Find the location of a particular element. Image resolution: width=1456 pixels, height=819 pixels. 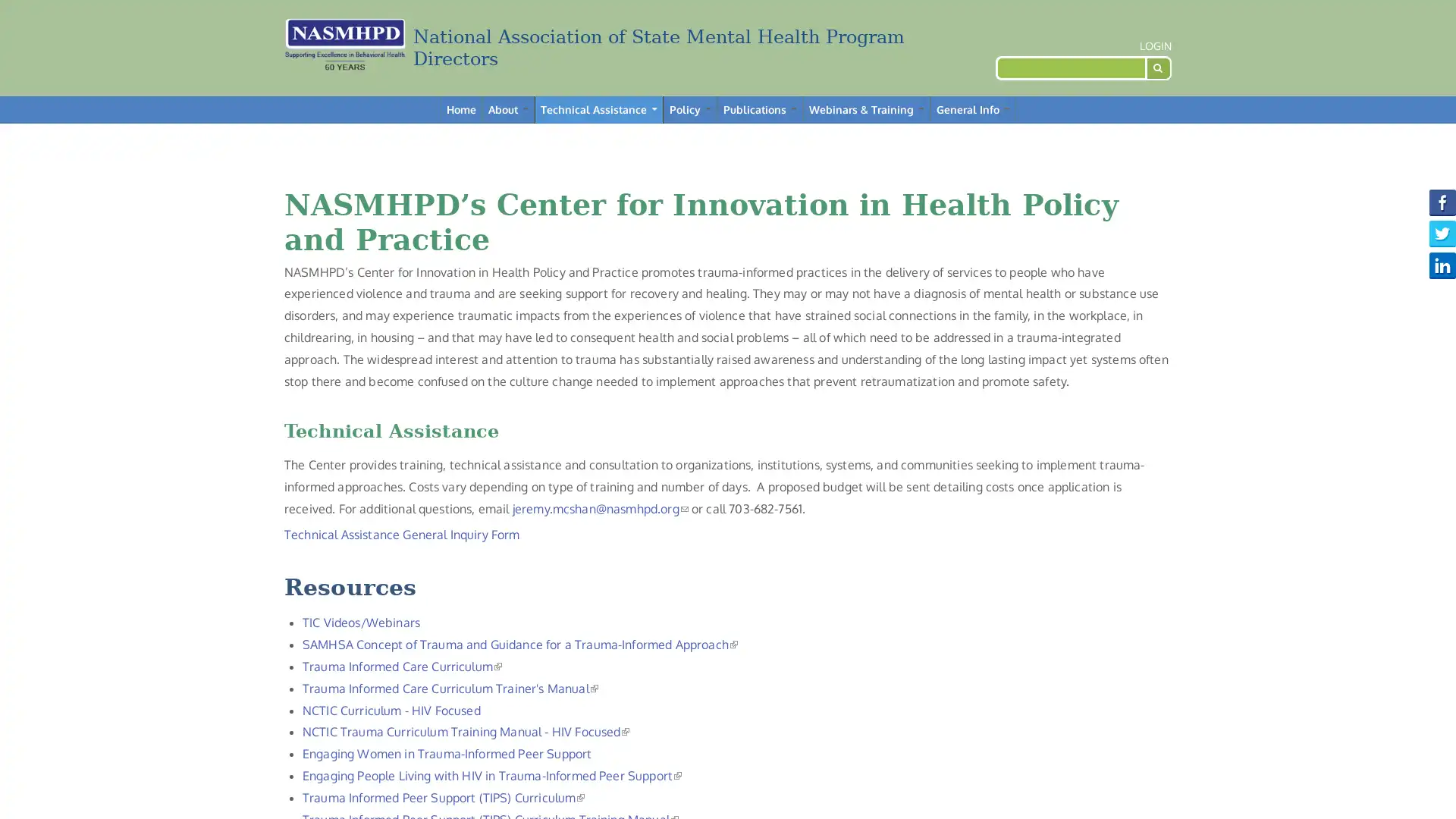

Search is located at coordinates (1159, 67).